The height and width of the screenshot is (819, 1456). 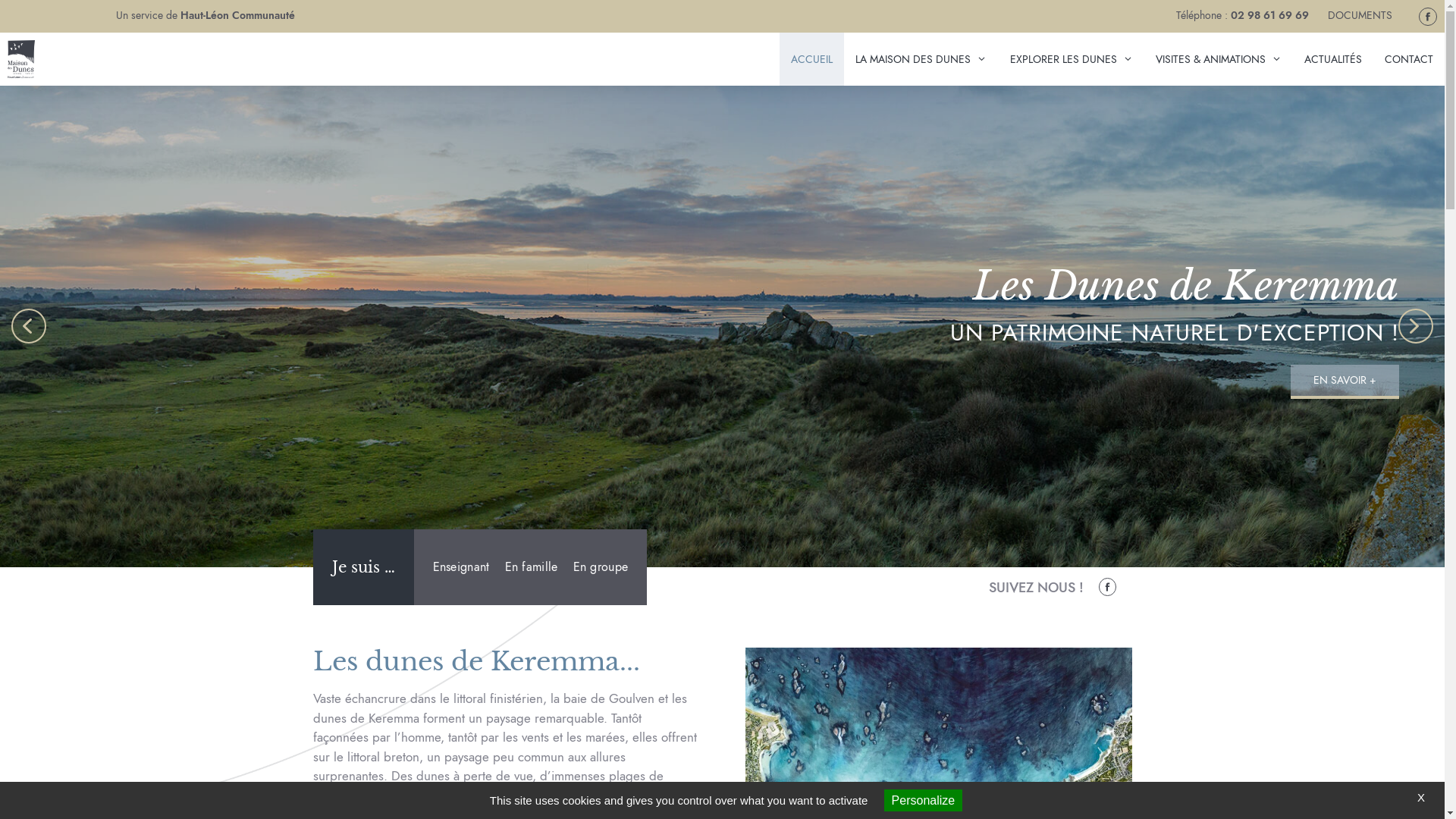 What do you see at coordinates (923, 799) in the screenshot?
I see `'Personalize'` at bounding box center [923, 799].